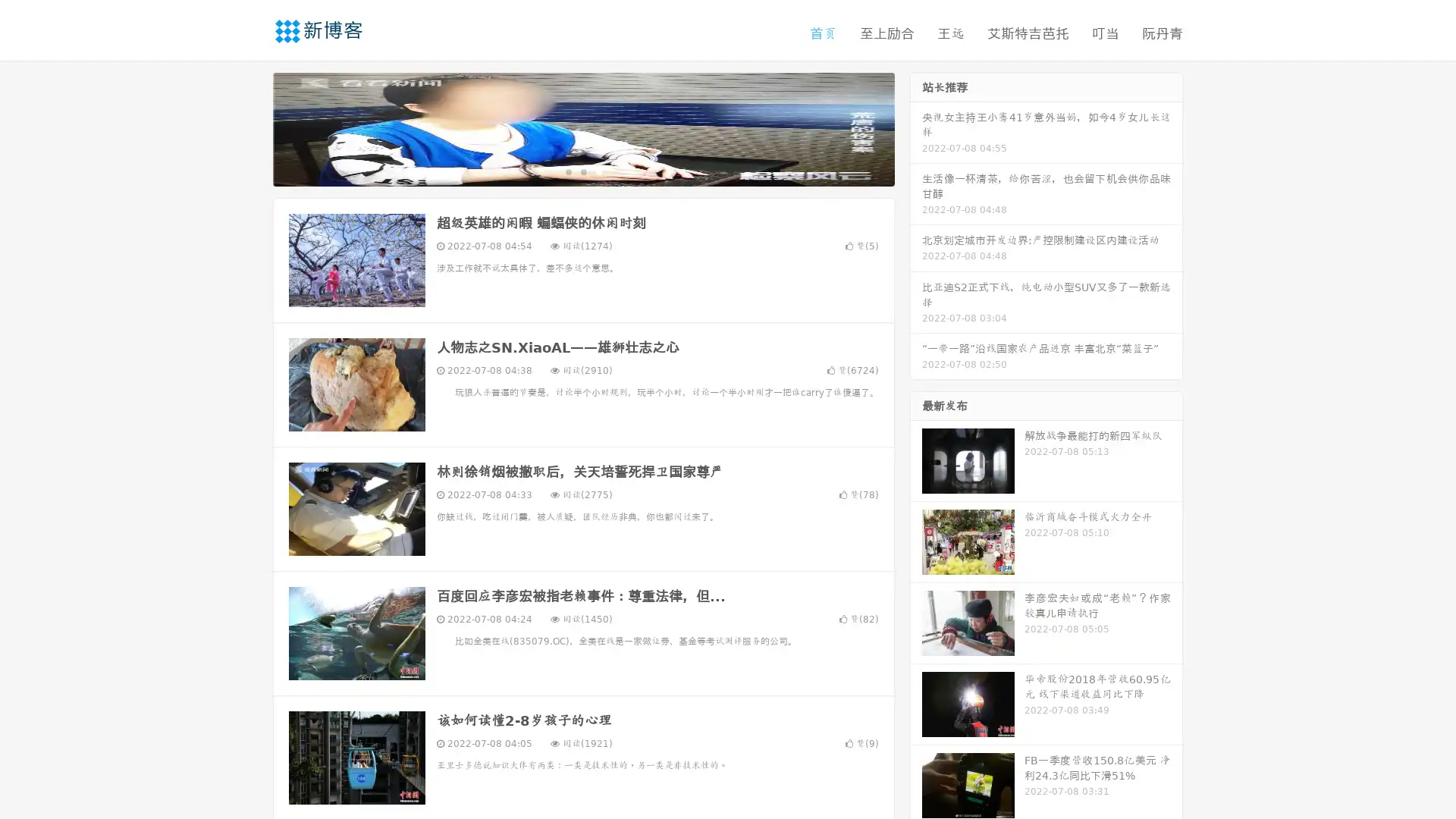 This screenshot has width=1456, height=819. Describe the element at coordinates (250, 127) in the screenshot. I see `Previous slide` at that location.